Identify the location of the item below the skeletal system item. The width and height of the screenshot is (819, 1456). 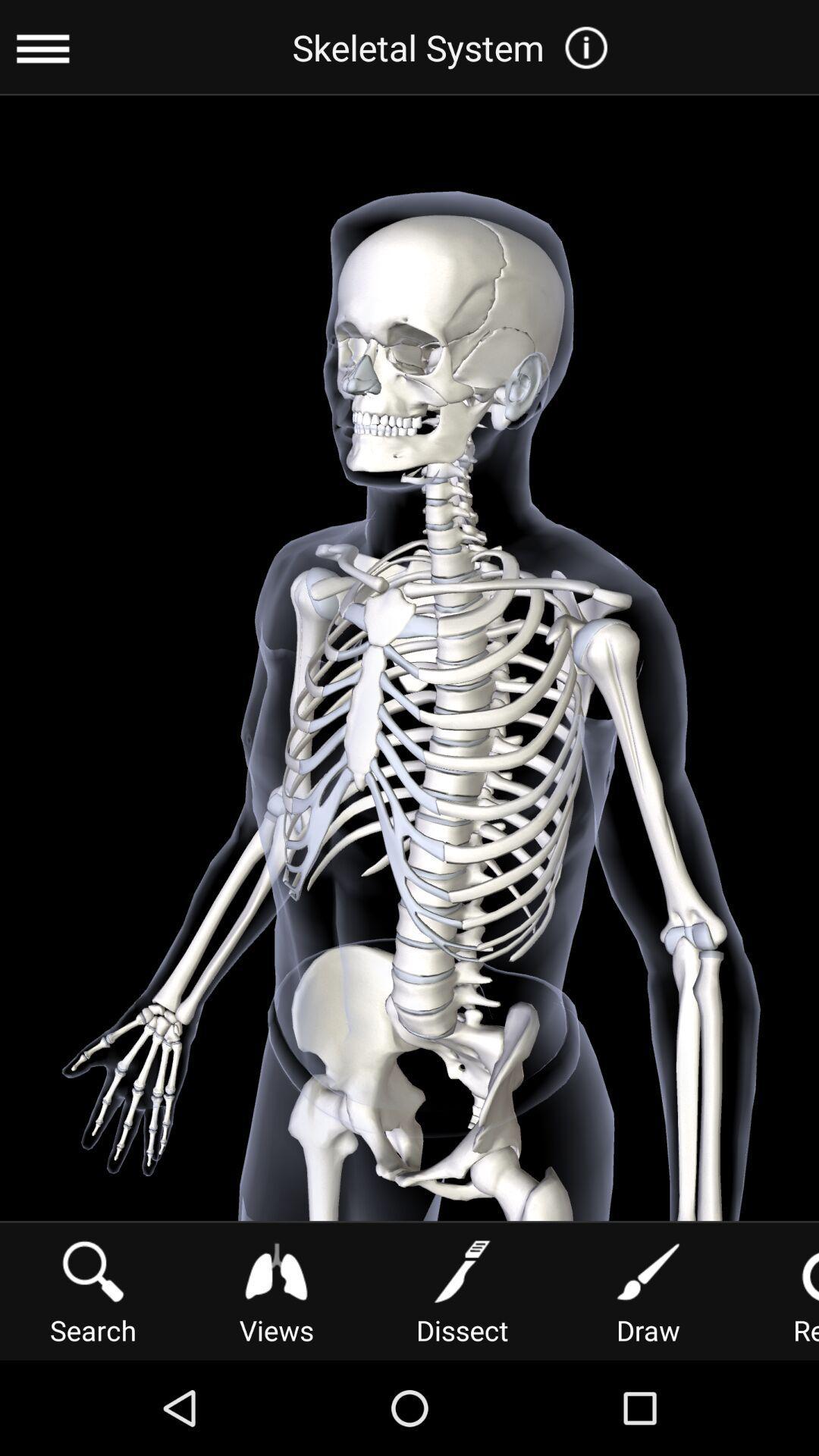
(648, 1289).